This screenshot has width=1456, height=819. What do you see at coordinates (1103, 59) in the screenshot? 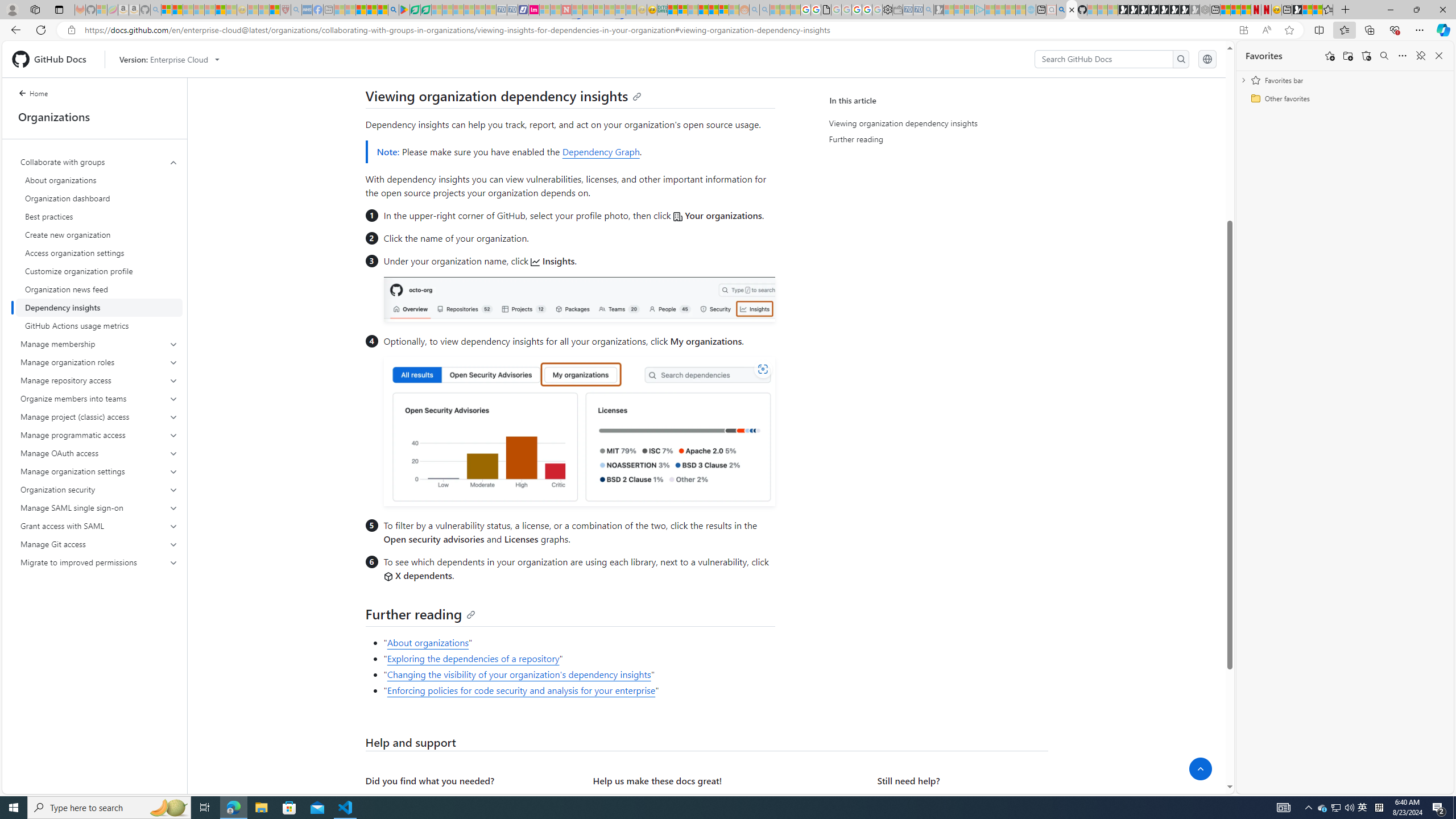
I see `'Search GitHub Docs'` at bounding box center [1103, 59].